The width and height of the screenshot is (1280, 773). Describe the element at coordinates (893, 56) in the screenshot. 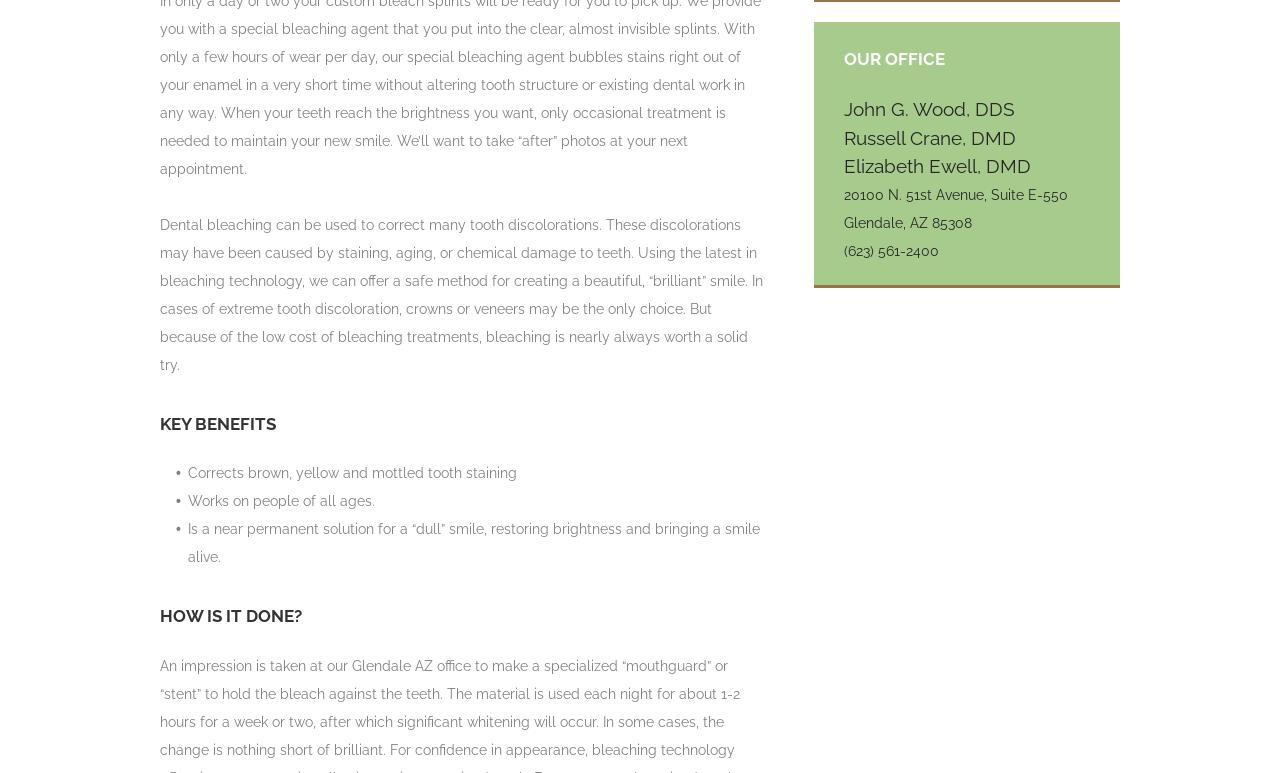

I see `'OUR OFFICE'` at that location.